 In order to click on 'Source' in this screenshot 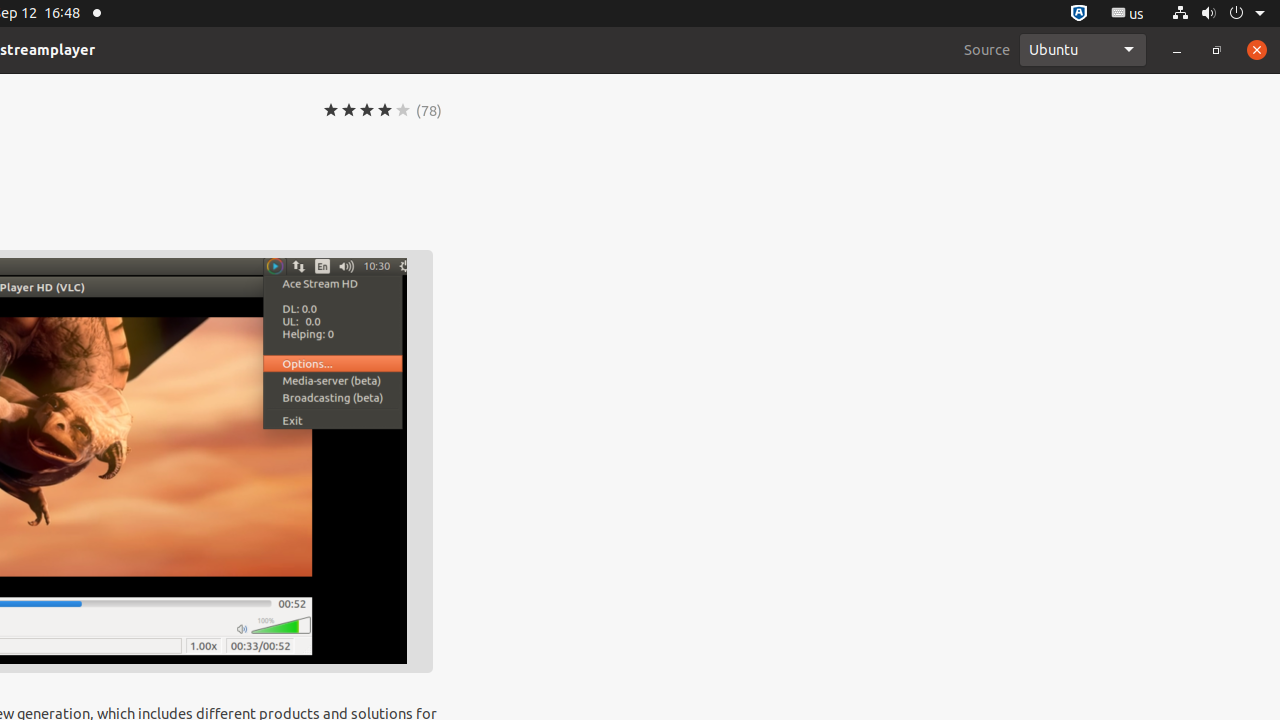, I will do `click(987, 48)`.